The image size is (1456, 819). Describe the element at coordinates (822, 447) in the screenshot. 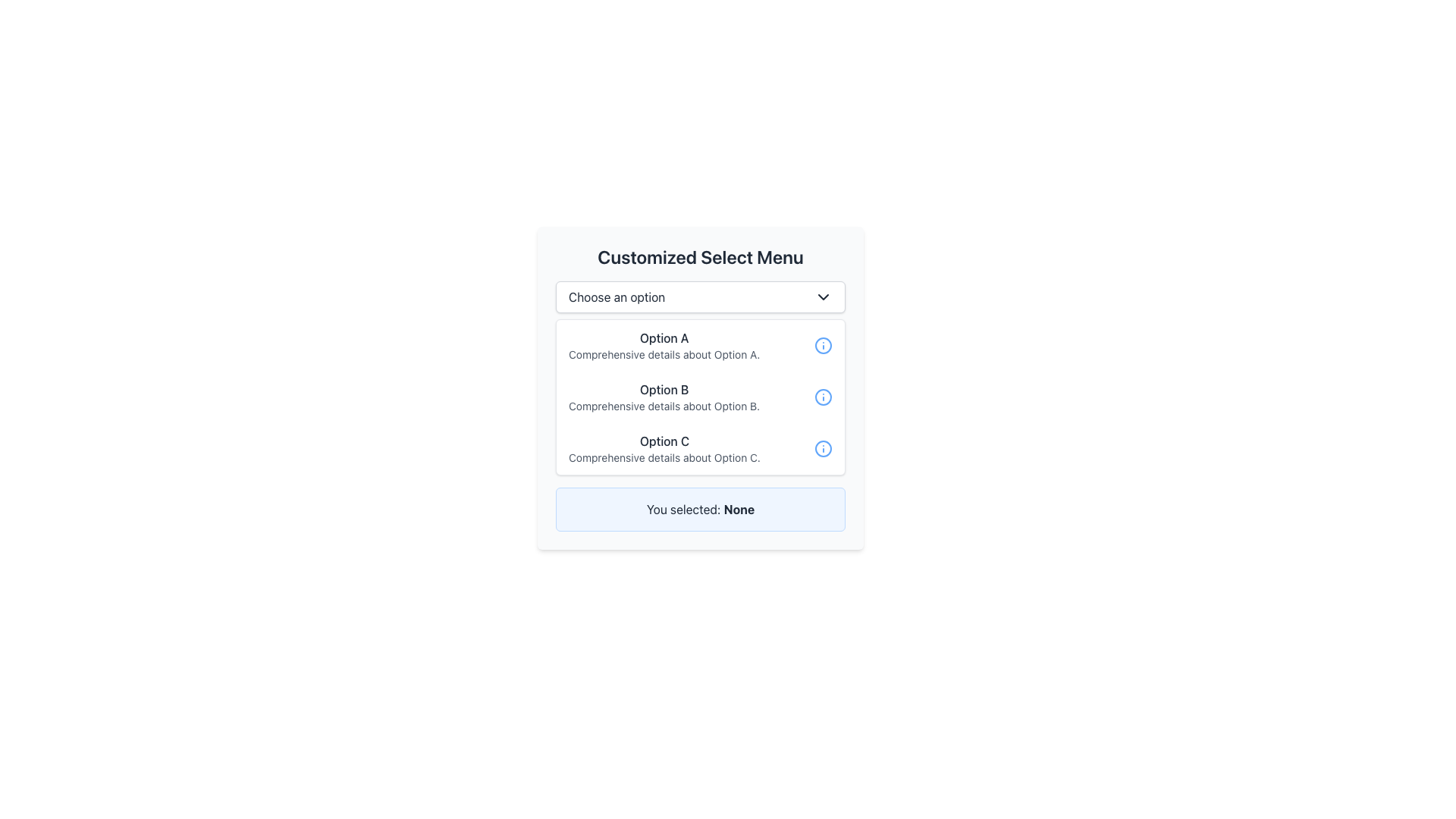

I see `the circular info icon with a blue outline located to the right of the 'Option C' menu item in the dropdown menu` at that location.